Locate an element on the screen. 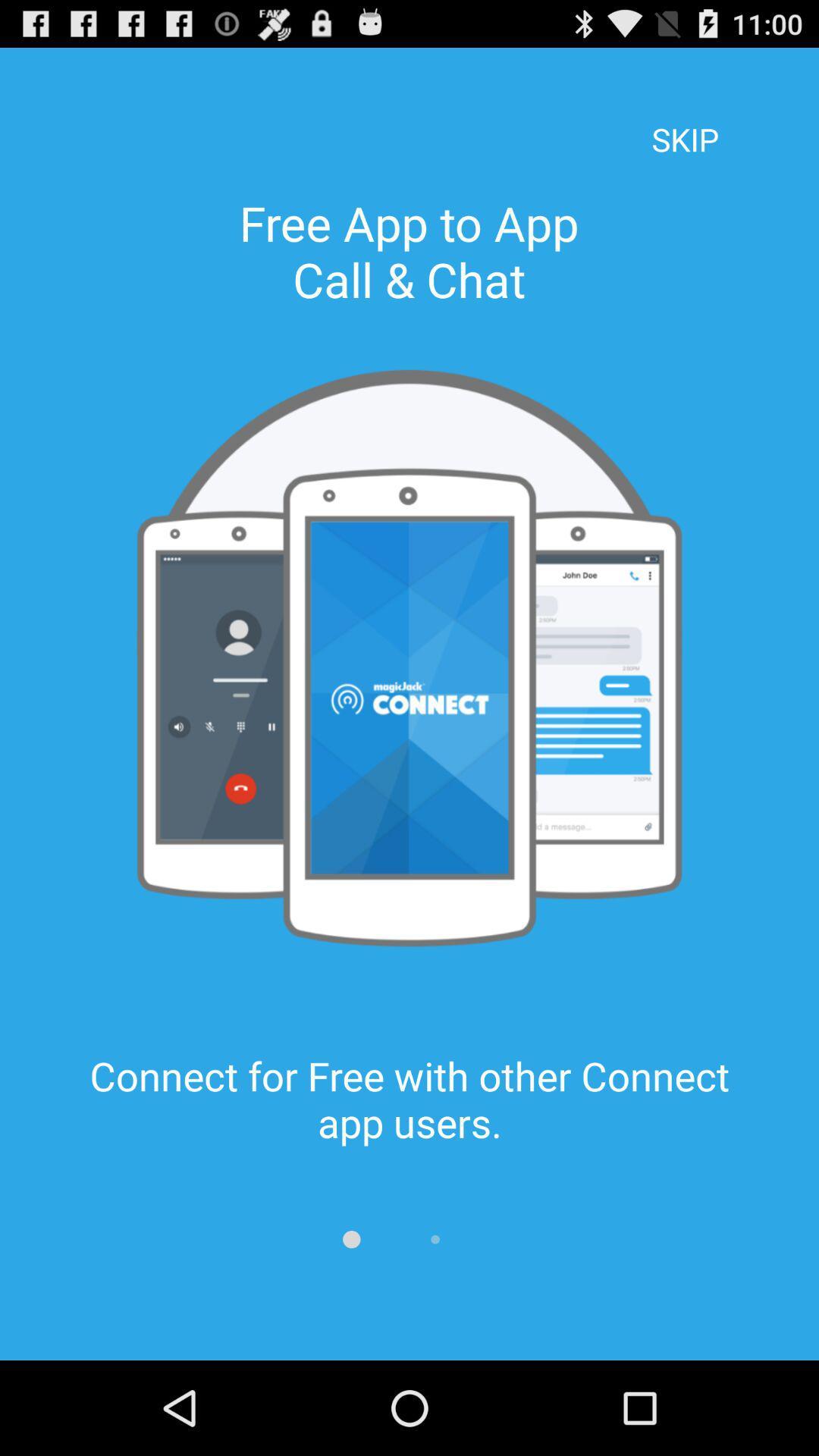  skip item is located at coordinates (685, 118).